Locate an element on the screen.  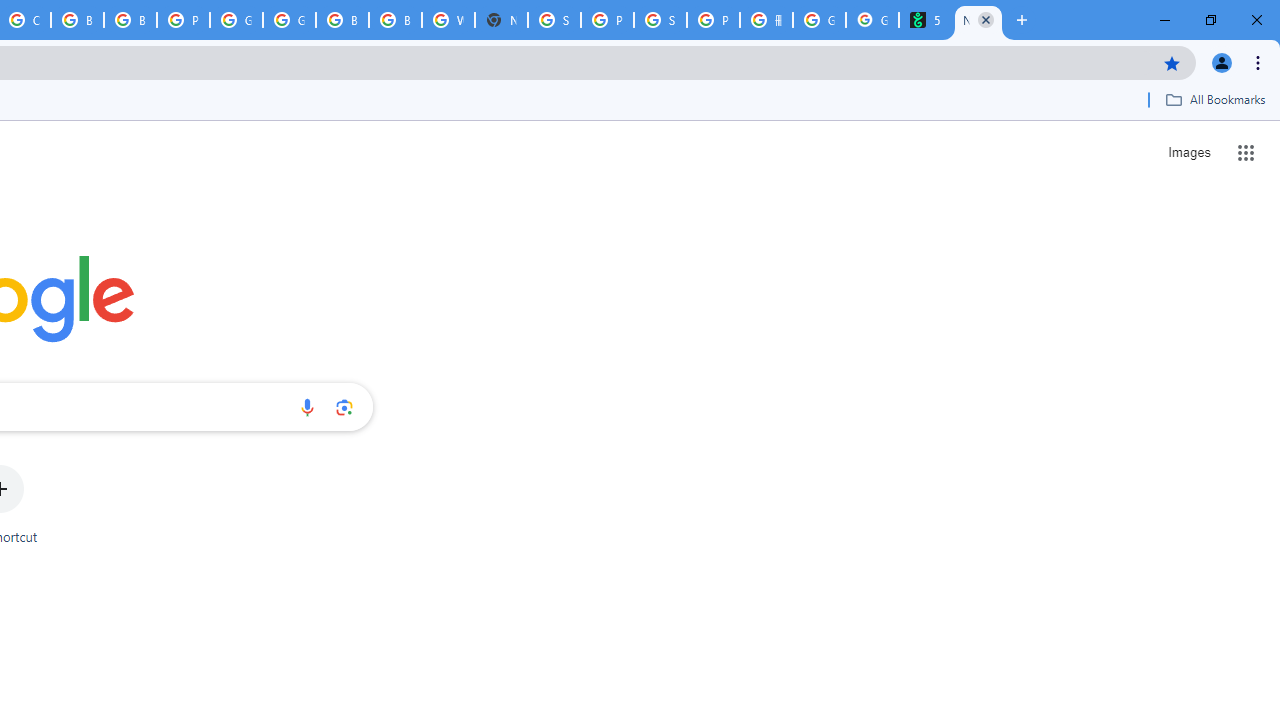
'Search for Images ' is located at coordinates (1189, 152).